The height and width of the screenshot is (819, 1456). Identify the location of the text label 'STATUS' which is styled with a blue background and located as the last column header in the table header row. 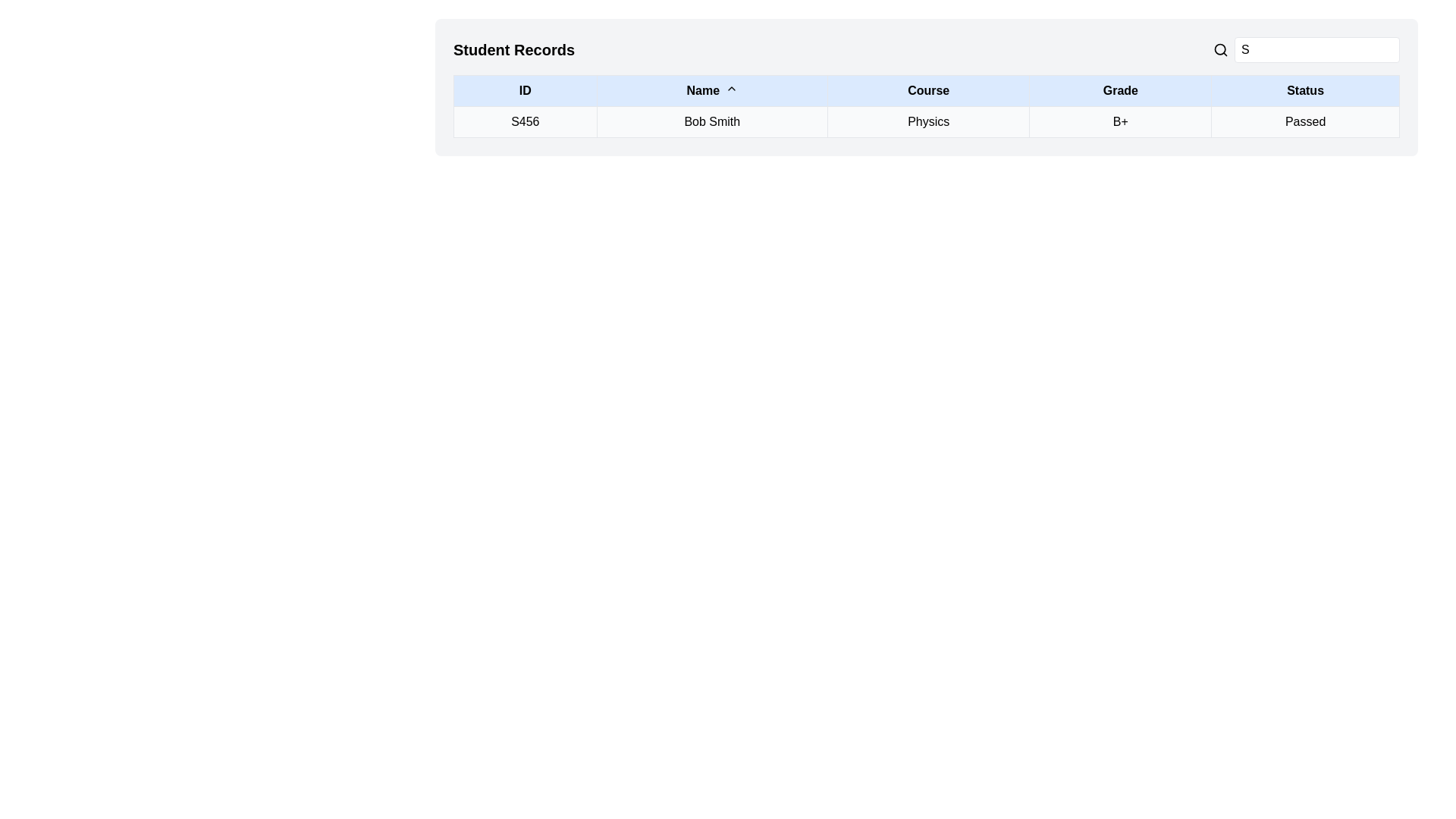
(1304, 90).